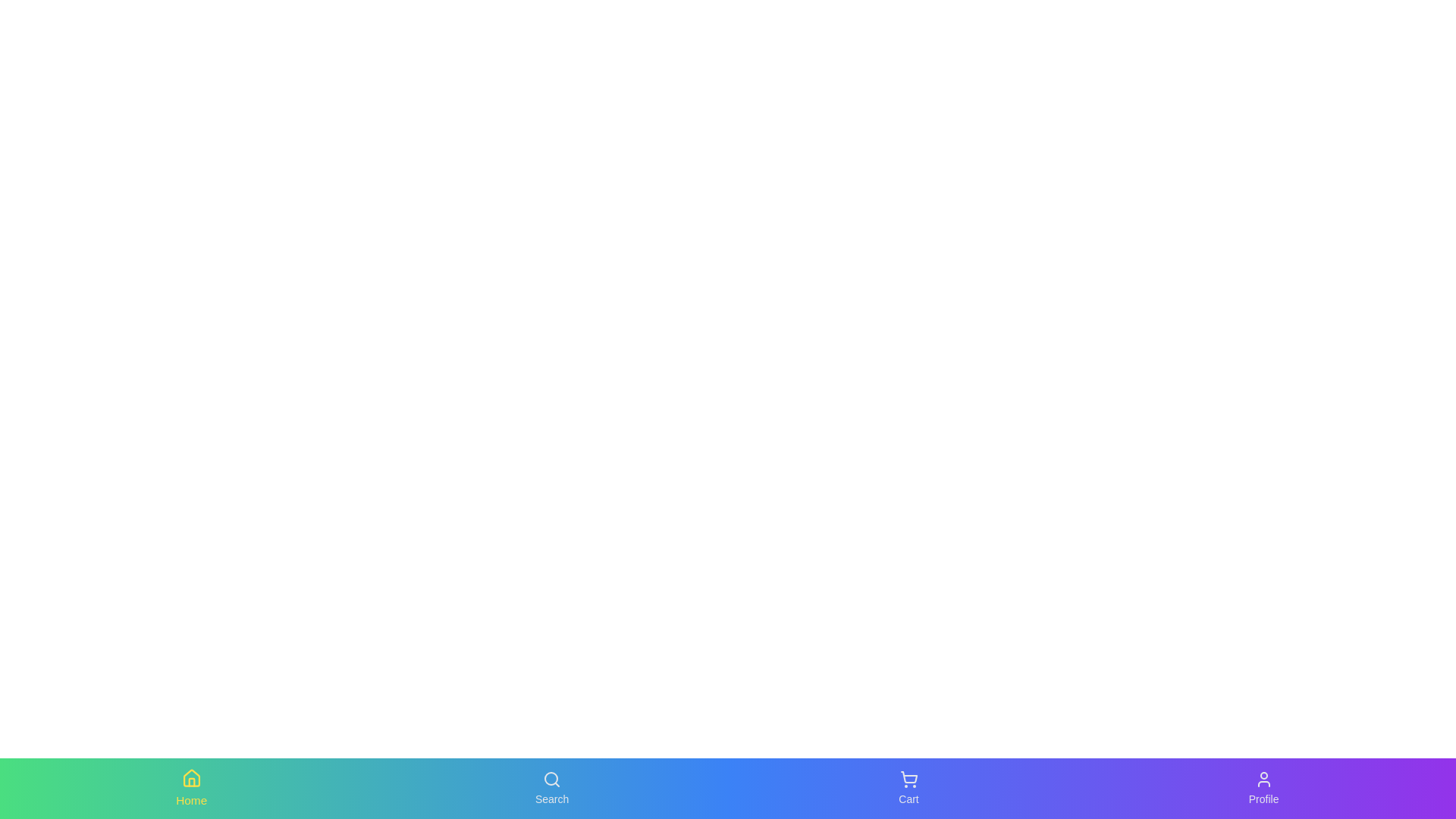 The image size is (1456, 819). I want to click on the magnifying glass icon located in the bottom navigation bar to initiate a search, so click(551, 780).